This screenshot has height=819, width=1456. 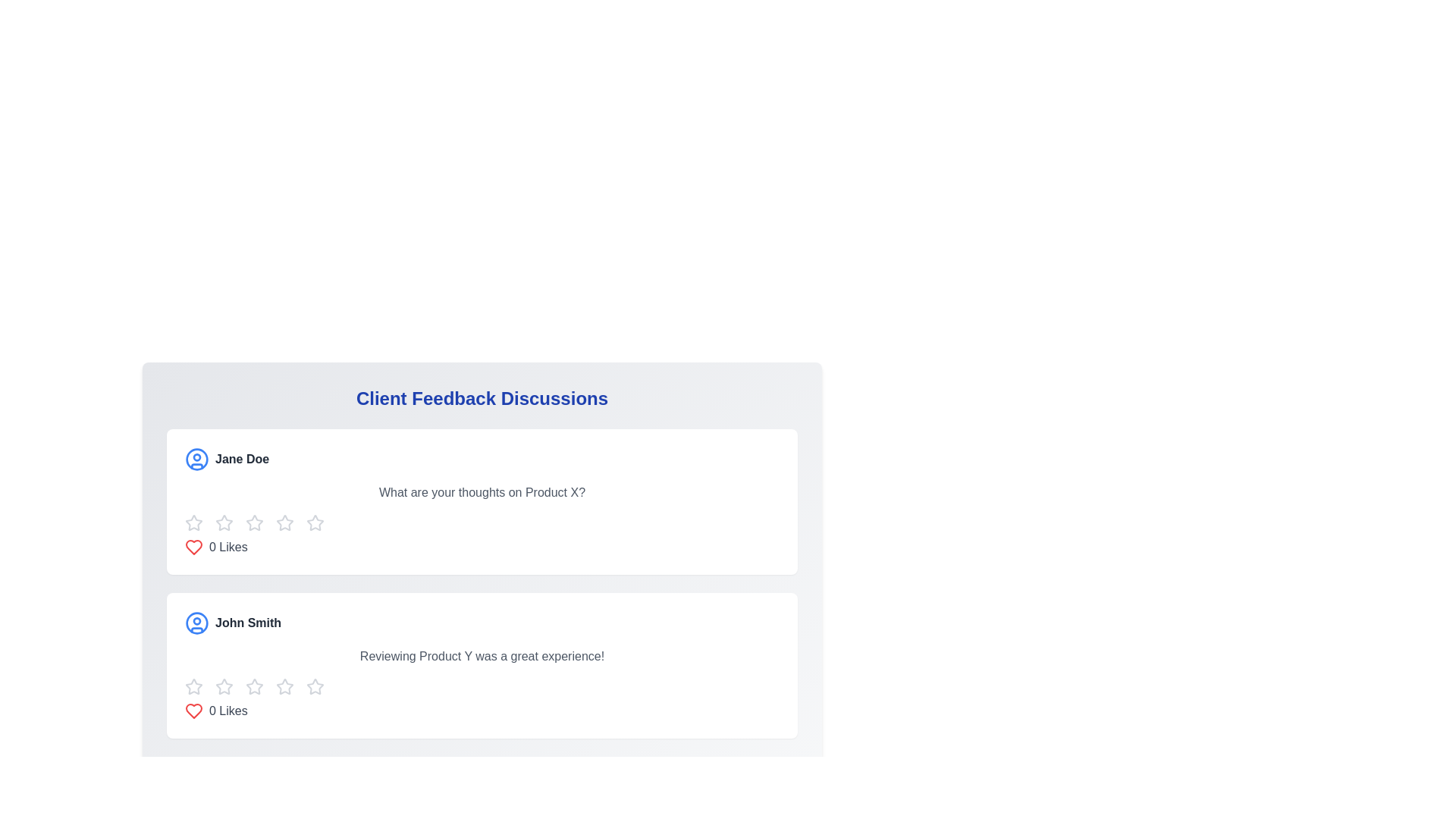 I want to click on the first rating star icon for 'Jane Doe' in the feedback section, so click(x=193, y=522).